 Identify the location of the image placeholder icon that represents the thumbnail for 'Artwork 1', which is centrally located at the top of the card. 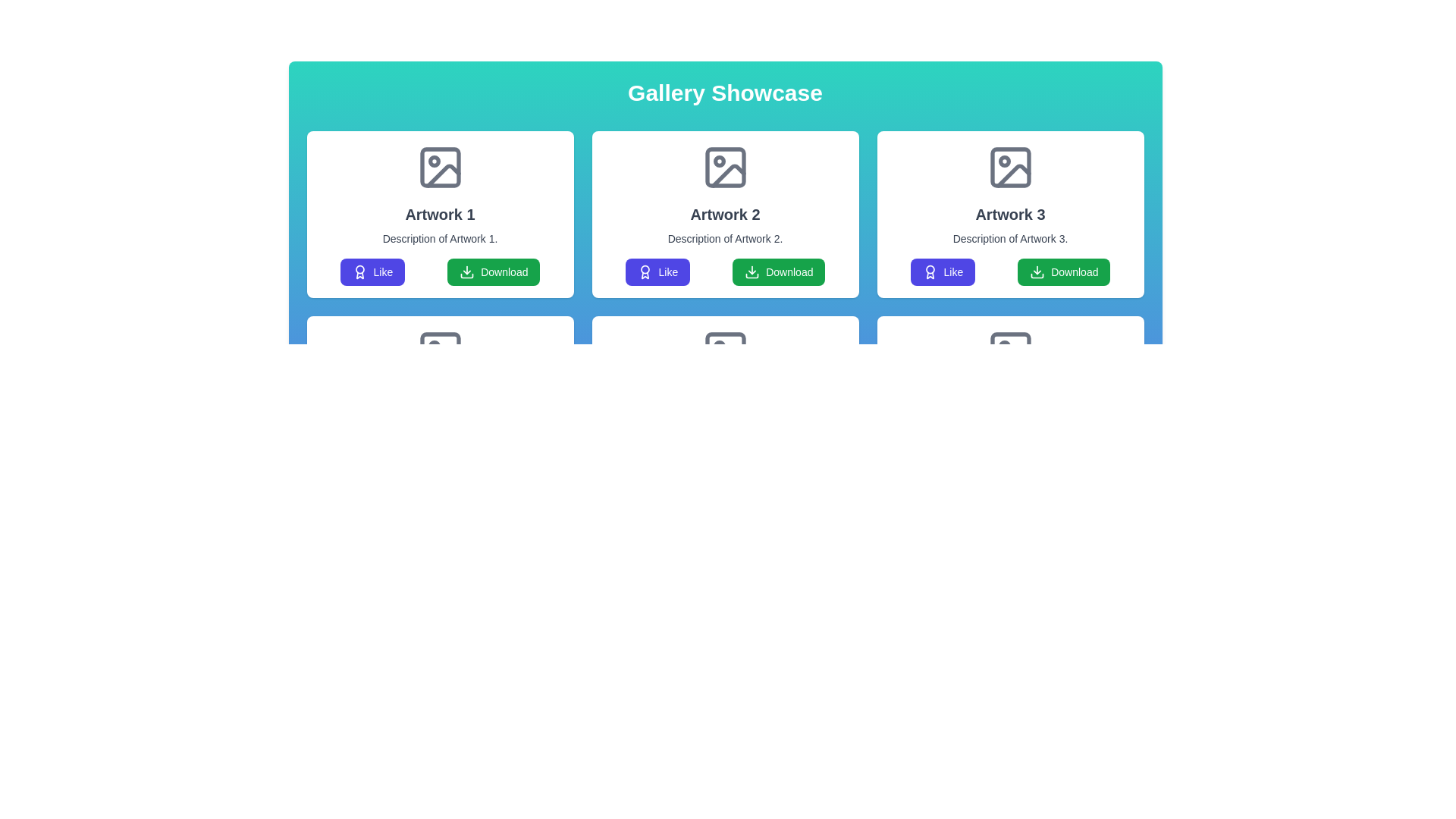
(439, 167).